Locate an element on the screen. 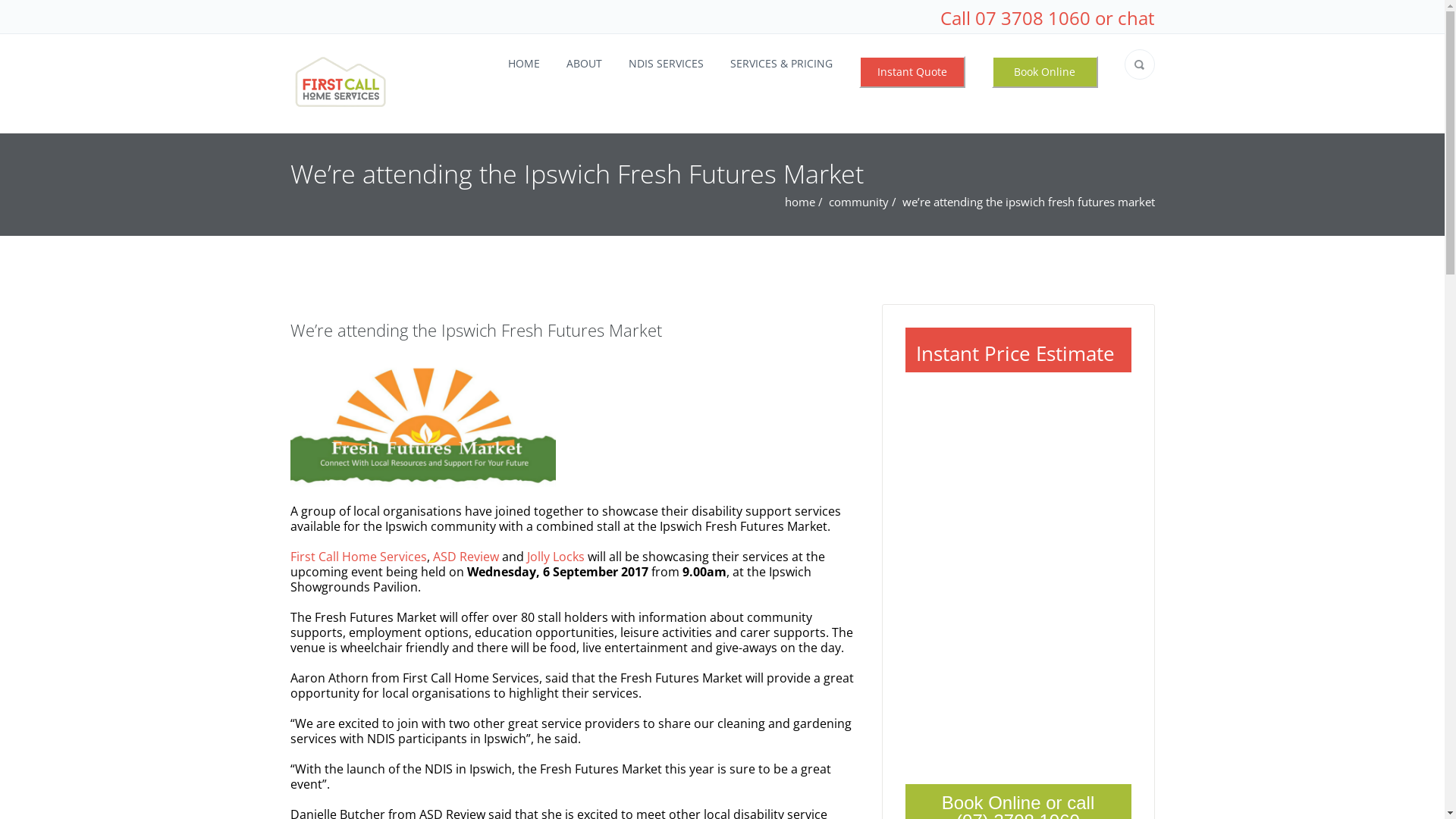 The image size is (1456, 819). 'Call 07 3708 1060' is located at coordinates (1015, 17).